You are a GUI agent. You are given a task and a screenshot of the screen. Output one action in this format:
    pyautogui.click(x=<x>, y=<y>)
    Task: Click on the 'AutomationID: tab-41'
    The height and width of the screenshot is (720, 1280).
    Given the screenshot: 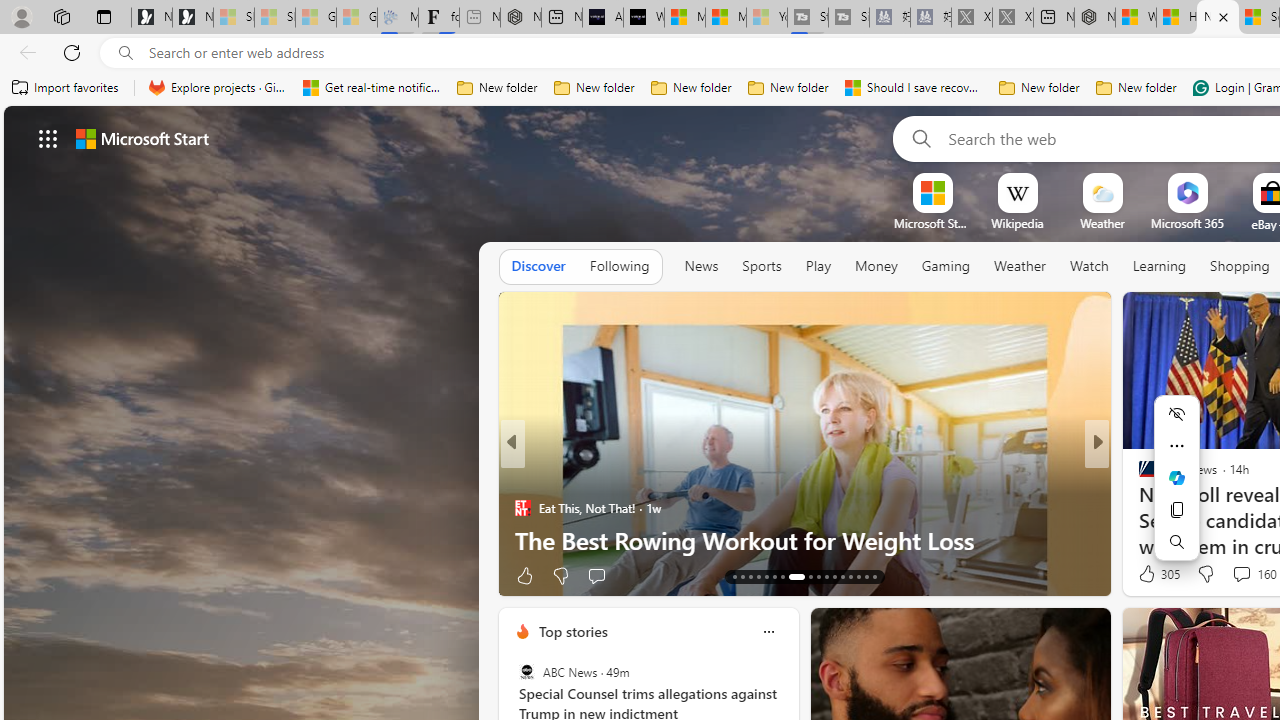 What is the action you would take?
    pyautogui.click(x=858, y=577)
    